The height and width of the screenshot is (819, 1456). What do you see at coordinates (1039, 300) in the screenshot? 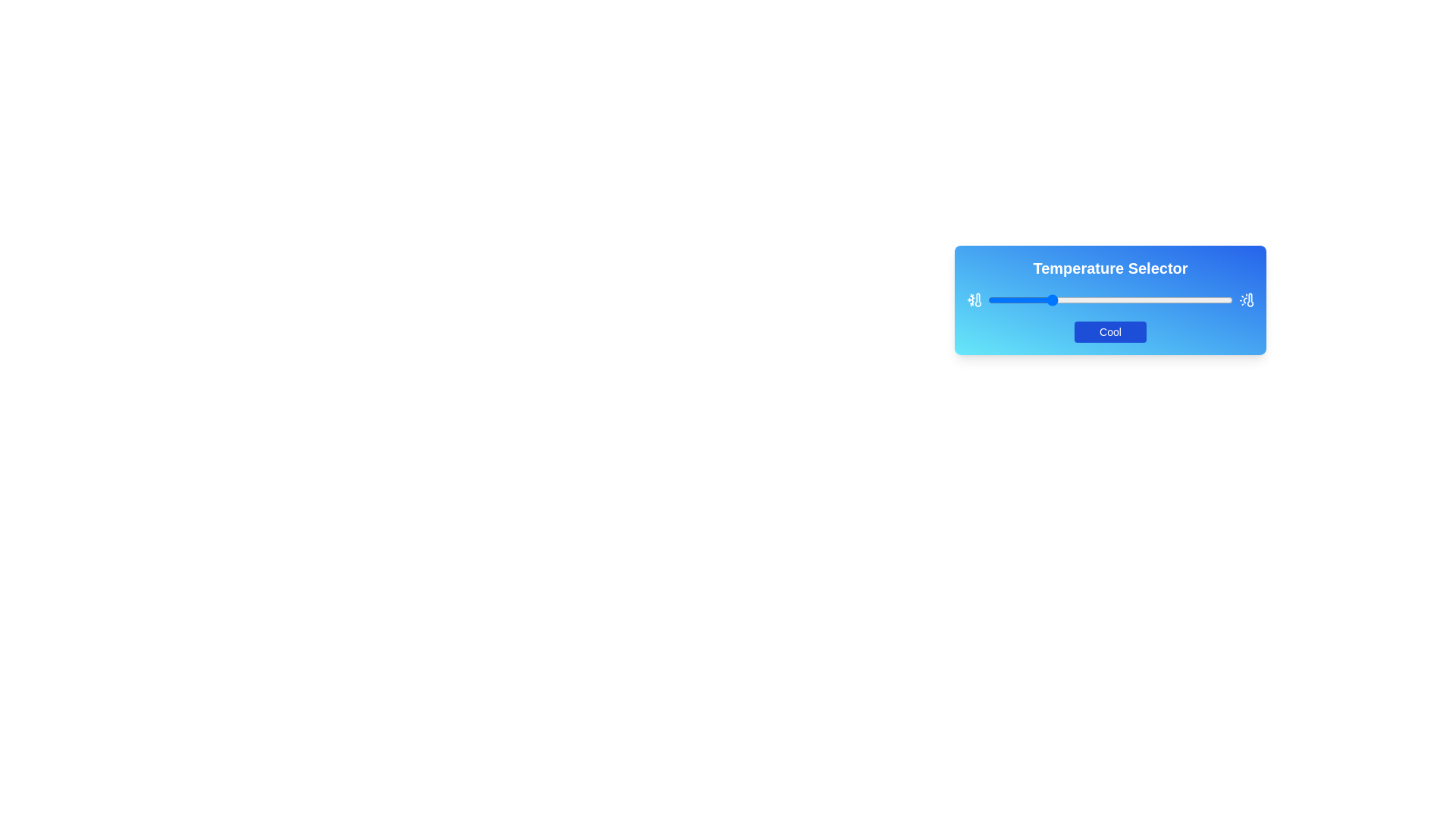
I see `the slider to set the temperature to 21` at bounding box center [1039, 300].